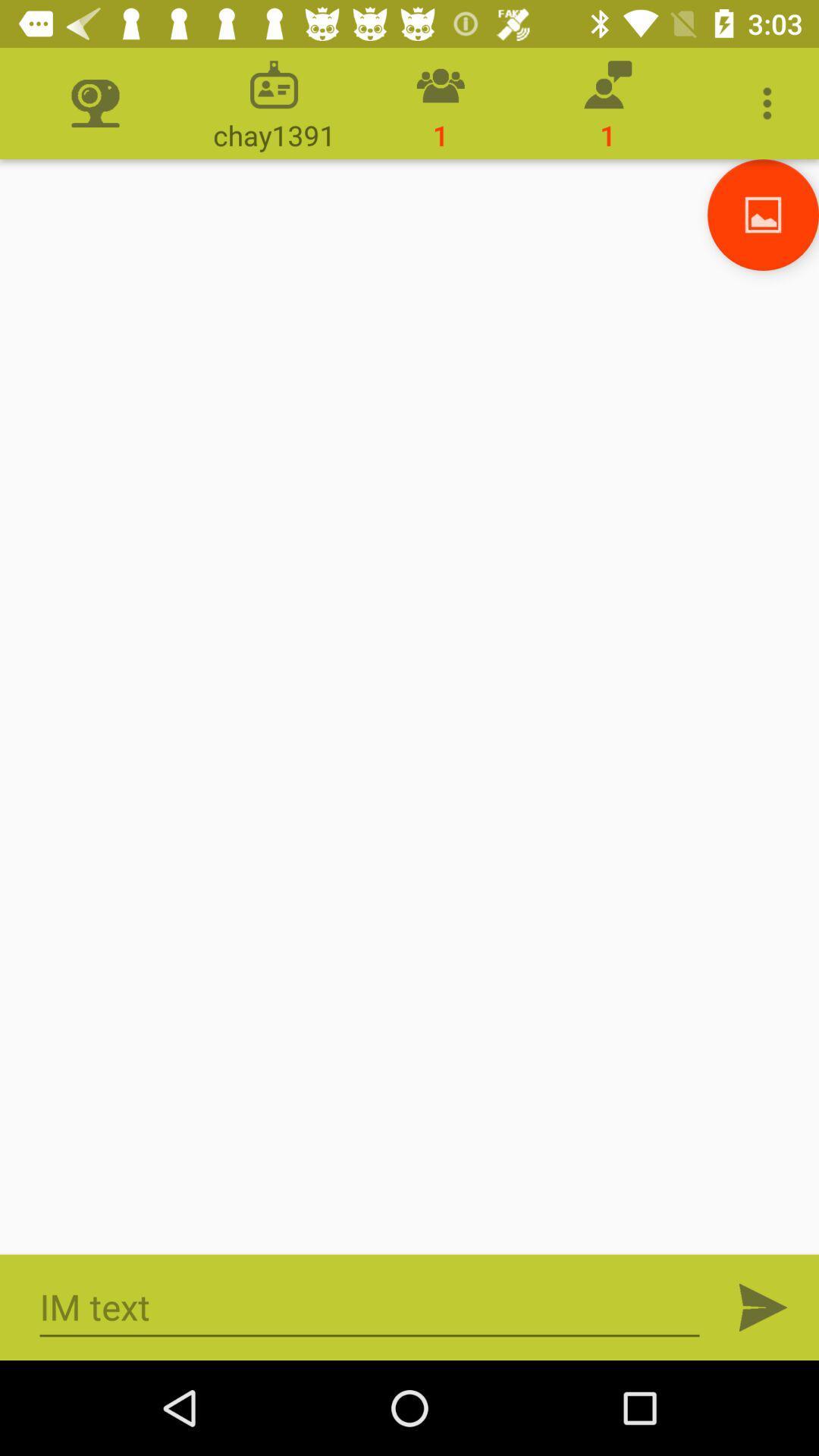  What do you see at coordinates (763, 214) in the screenshot?
I see `image opption` at bounding box center [763, 214].